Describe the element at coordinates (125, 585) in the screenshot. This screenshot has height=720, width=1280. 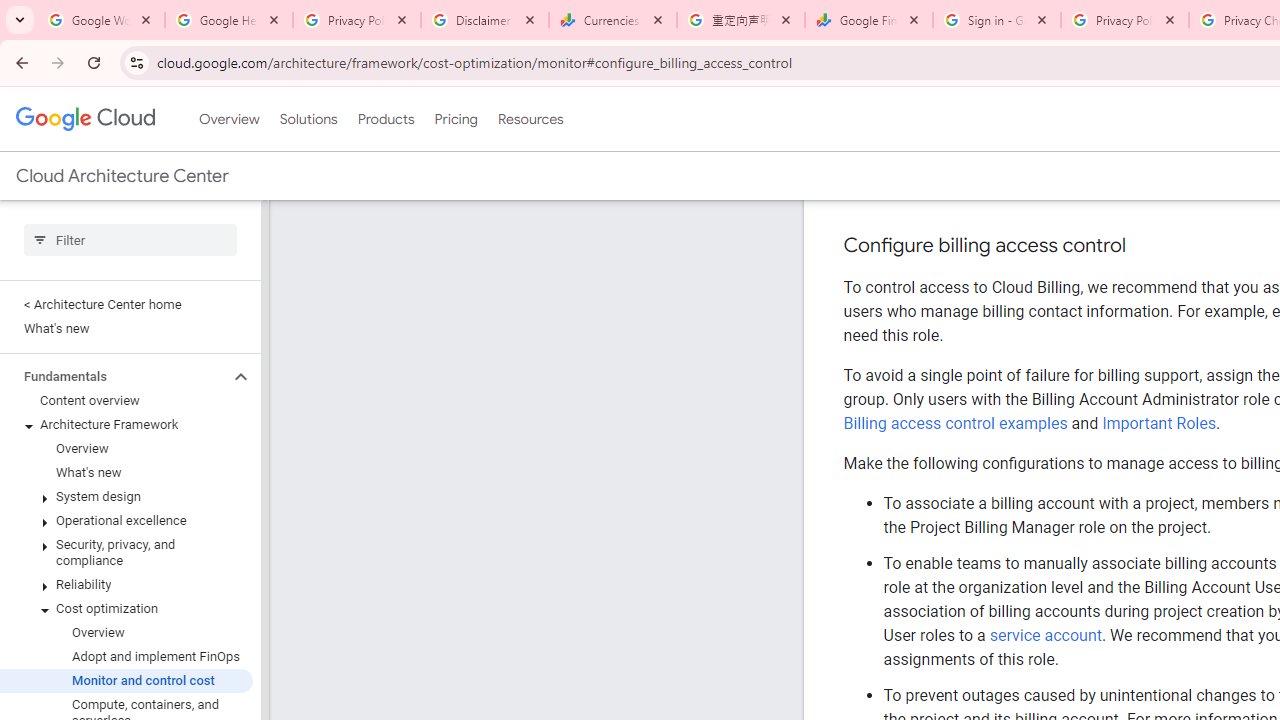
I see `'Reliability'` at that location.